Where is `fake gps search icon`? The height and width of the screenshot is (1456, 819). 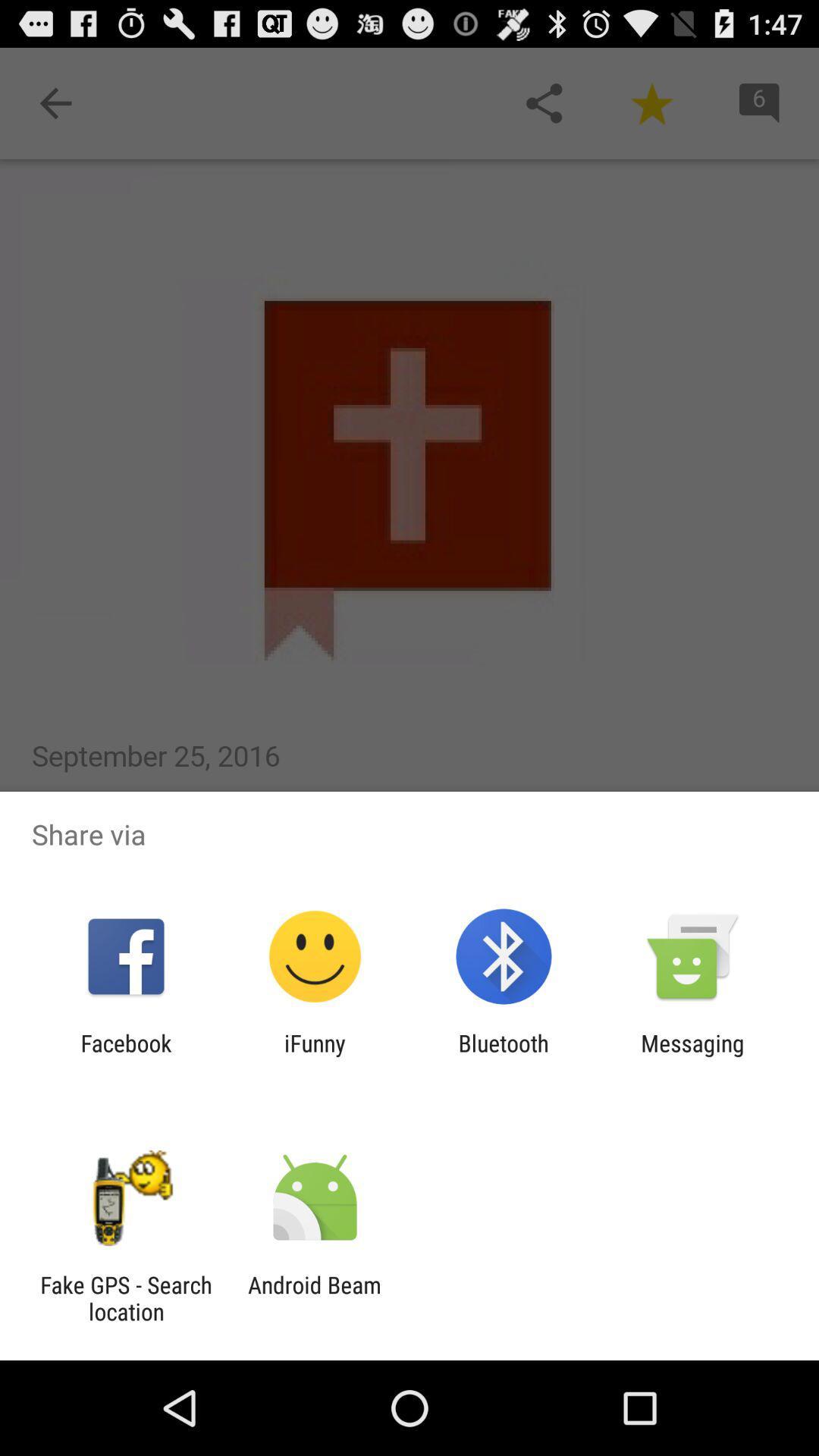
fake gps search icon is located at coordinates (125, 1298).